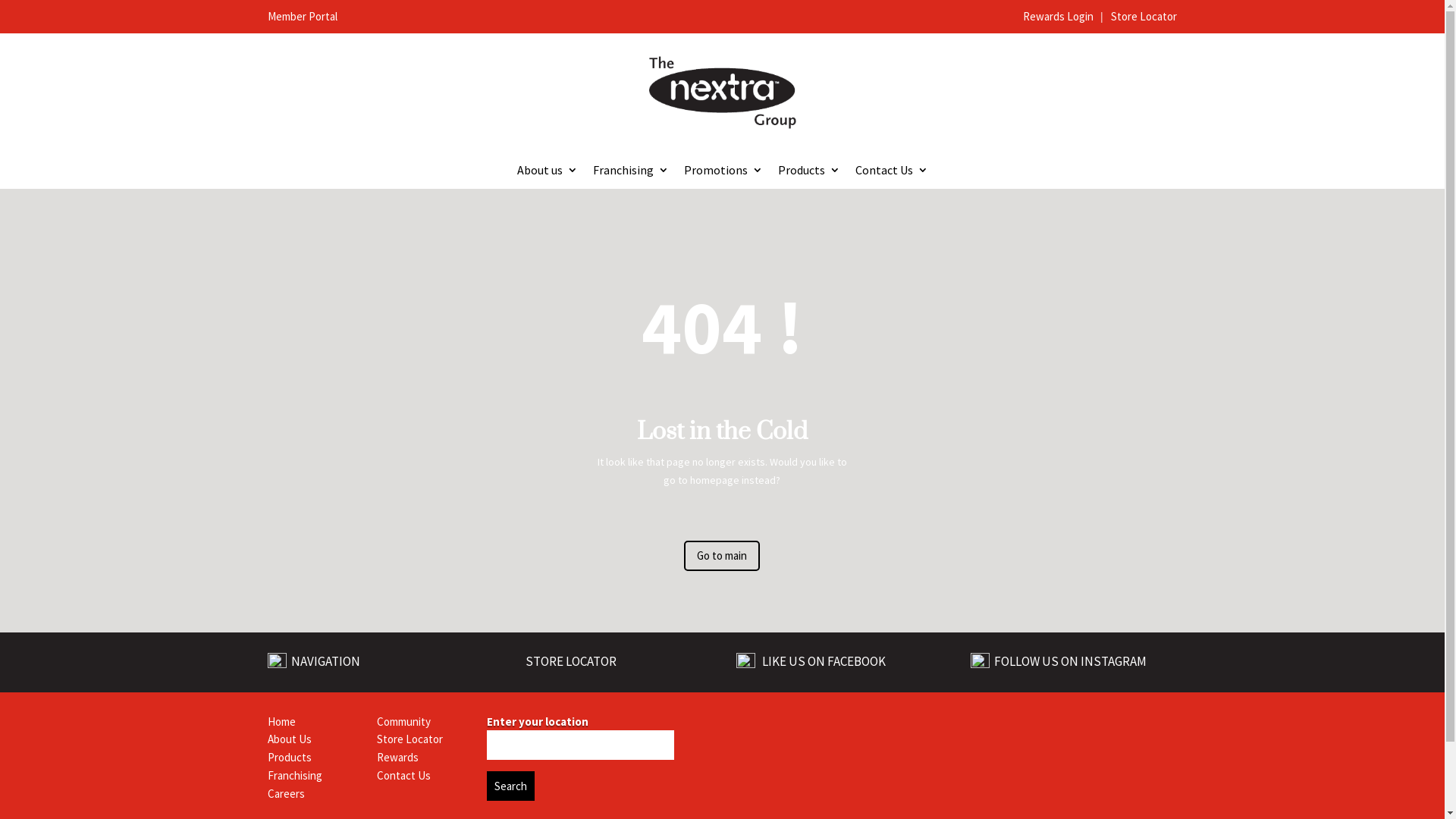 The width and height of the screenshot is (1456, 819). What do you see at coordinates (510, 785) in the screenshot?
I see `'Search'` at bounding box center [510, 785].